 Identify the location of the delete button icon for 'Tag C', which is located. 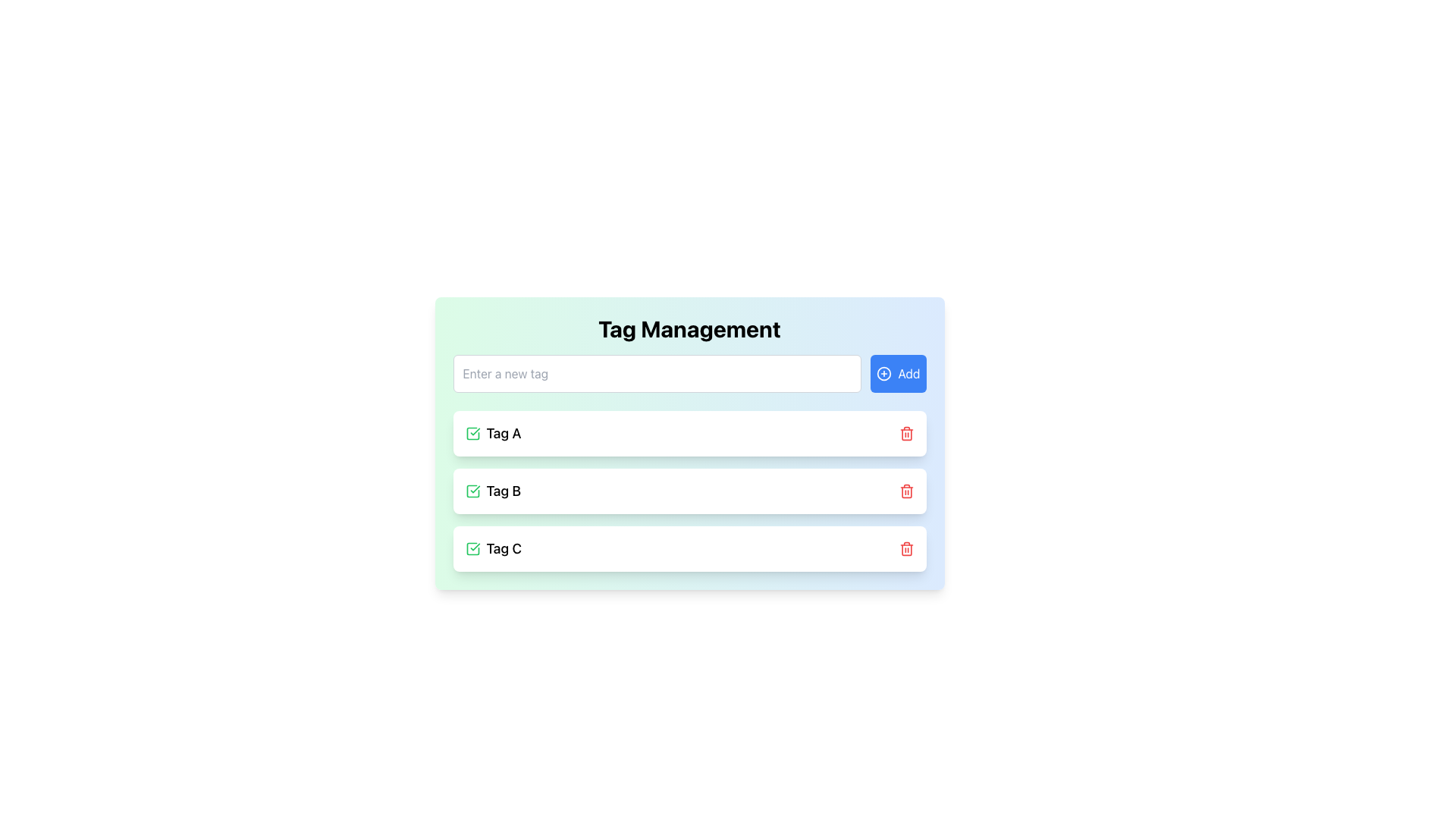
(906, 549).